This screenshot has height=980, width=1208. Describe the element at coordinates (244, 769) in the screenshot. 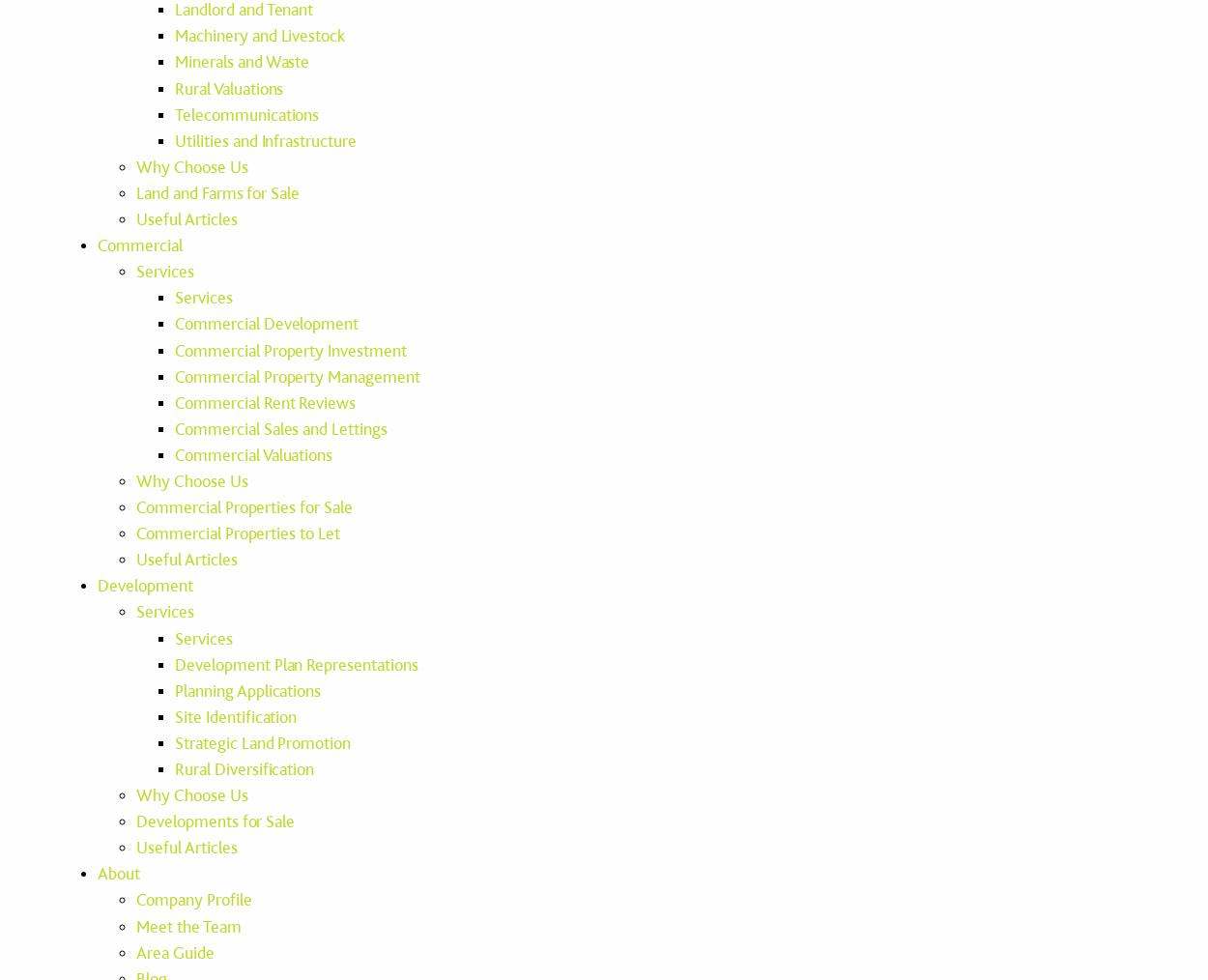

I see `'Rural Diversification'` at that location.